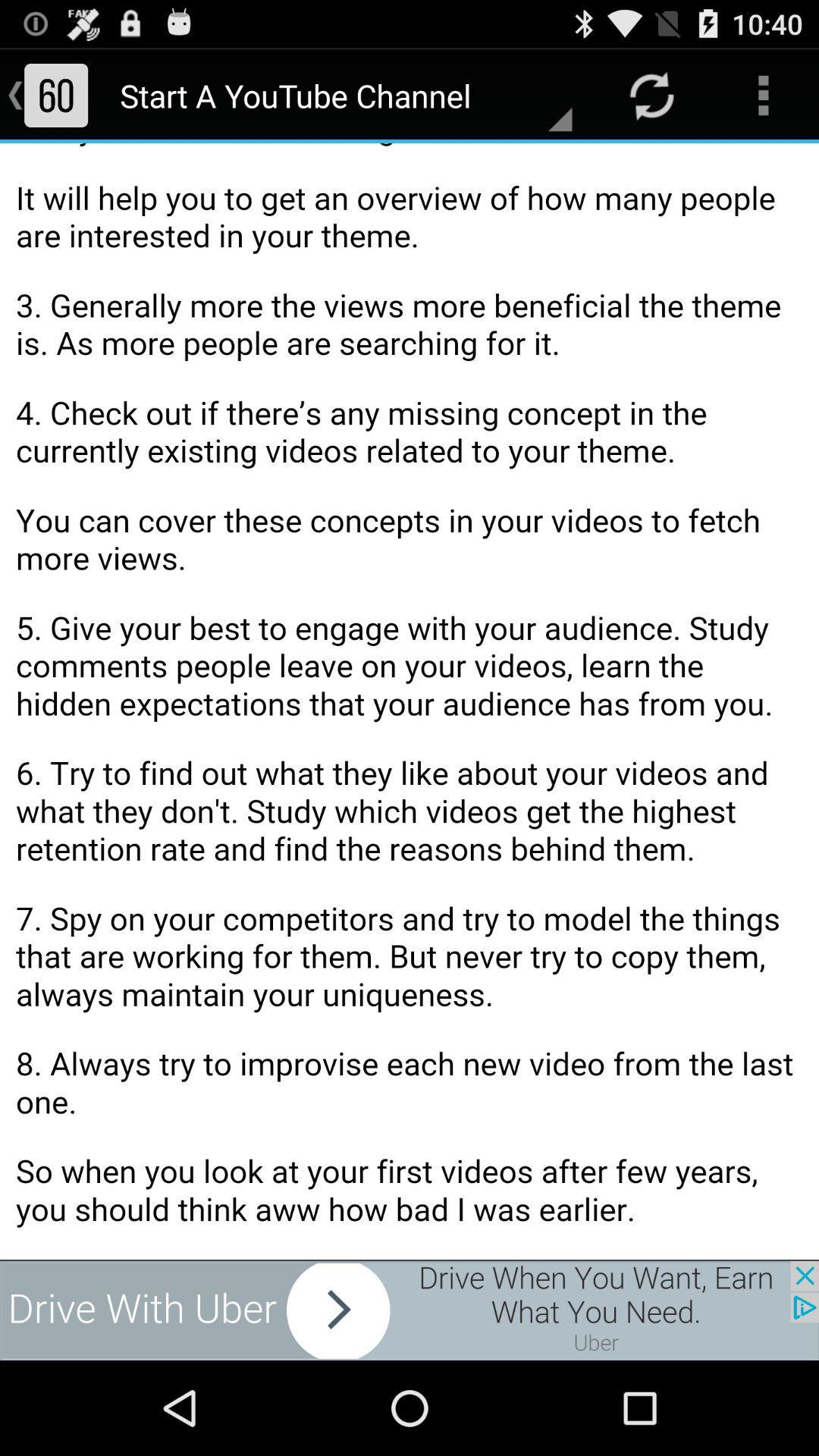 Image resolution: width=819 pixels, height=1456 pixels. What do you see at coordinates (409, 1310) in the screenshot?
I see `site` at bounding box center [409, 1310].